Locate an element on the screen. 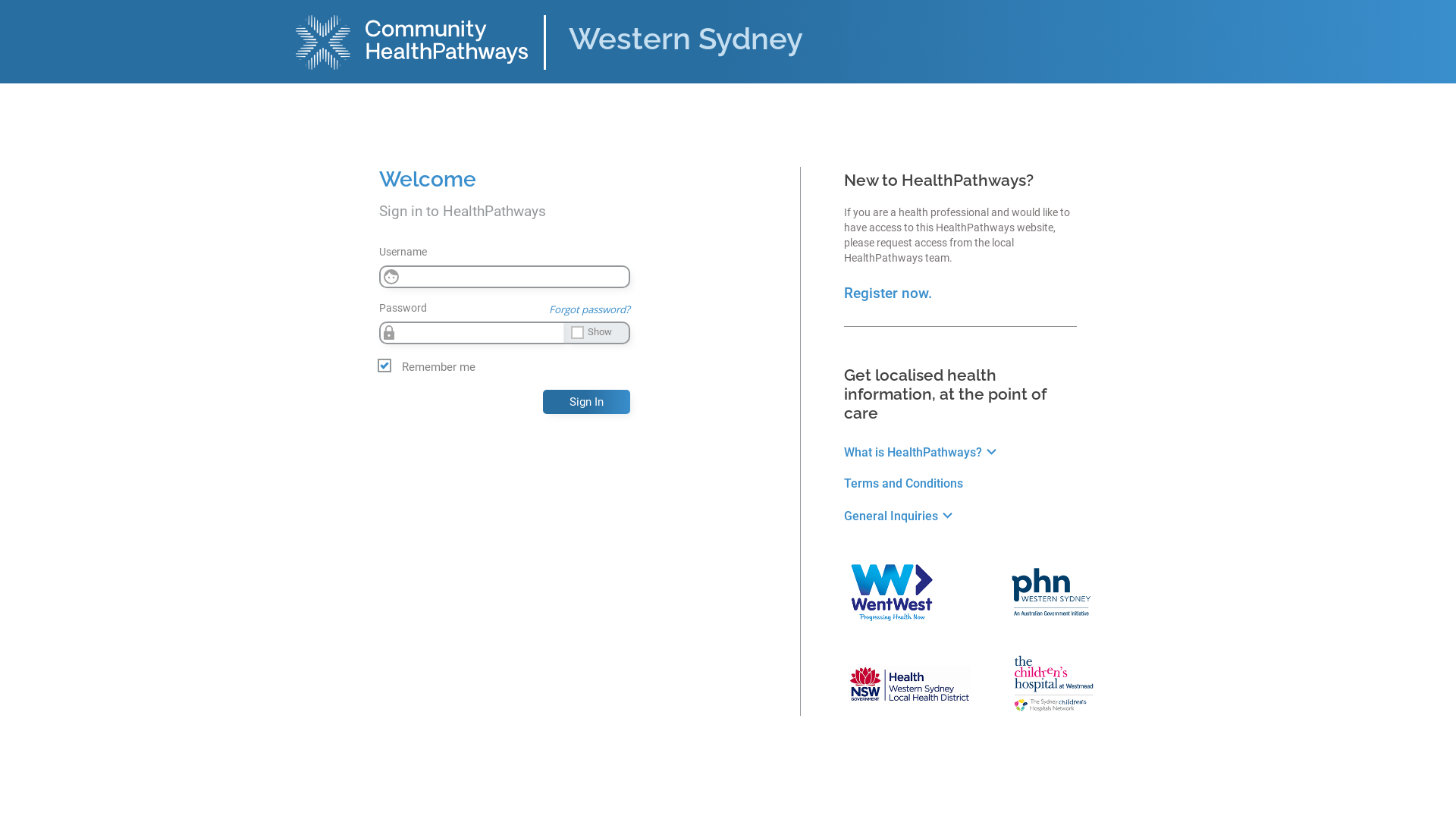 The image size is (1456, 819). 'What is HealthPathways?expand_more' is located at coordinates (921, 451).